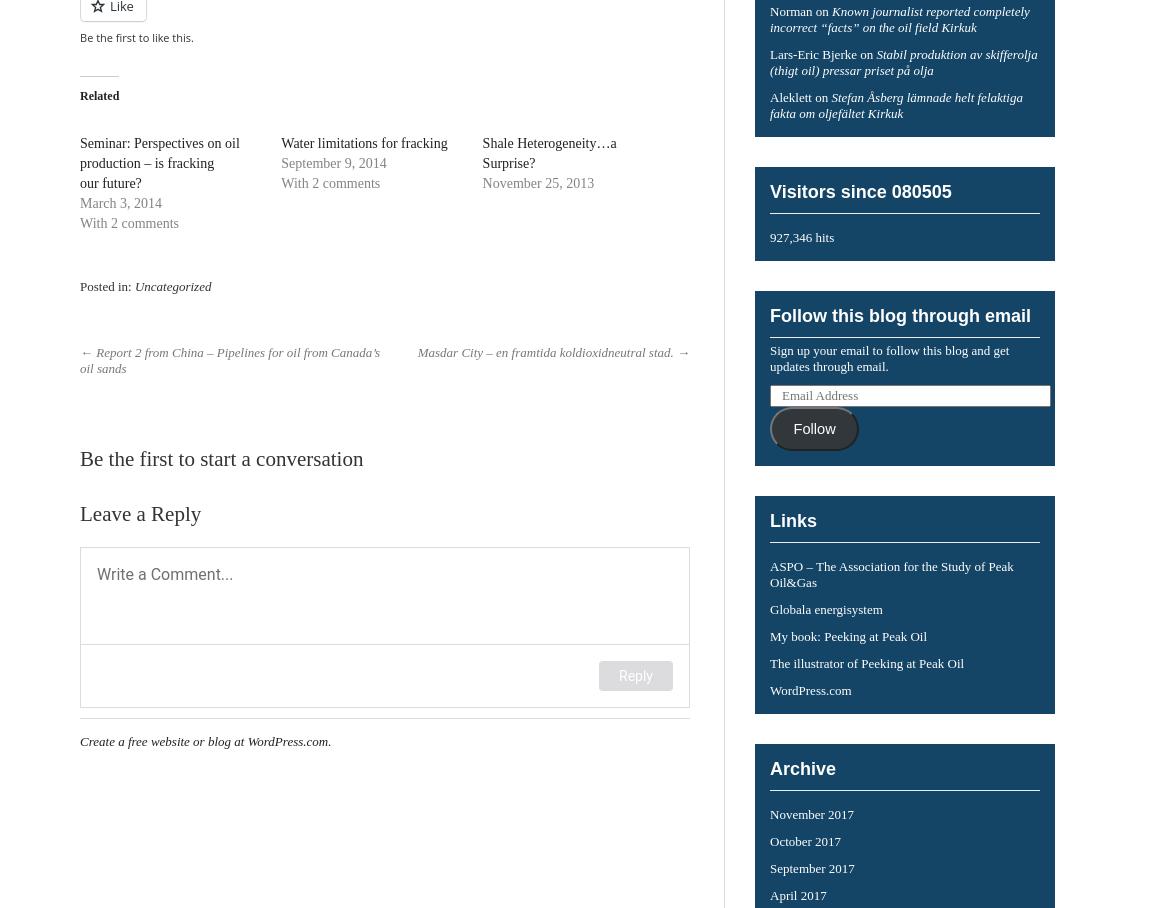 The image size is (1150, 908). What do you see at coordinates (769, 634) in the screenshot?
I see `'My book: Peeking at Peak Oil'` at bounding box center [769, 634].